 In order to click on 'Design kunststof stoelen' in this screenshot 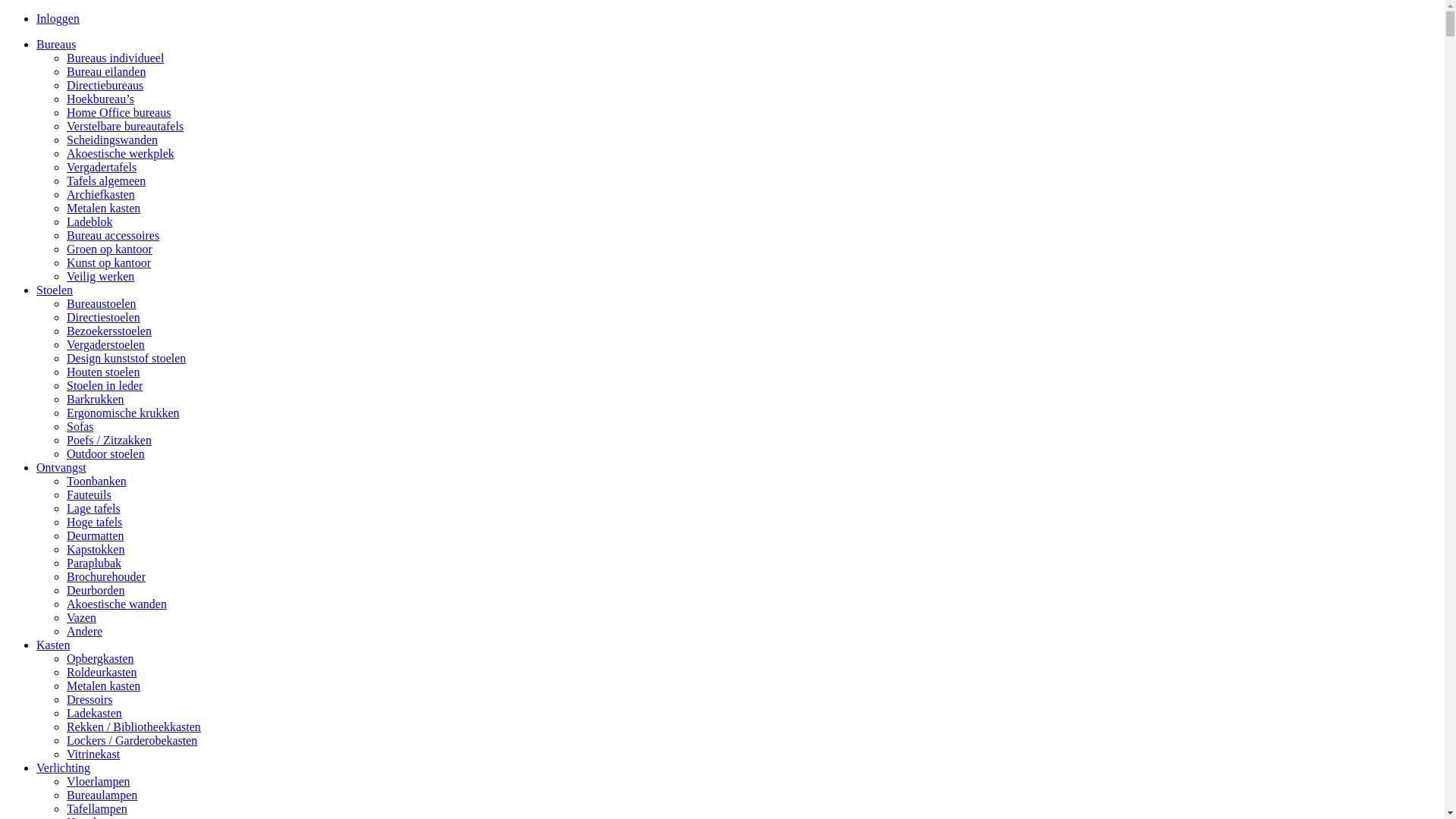, I will do `click(126, 358)`.